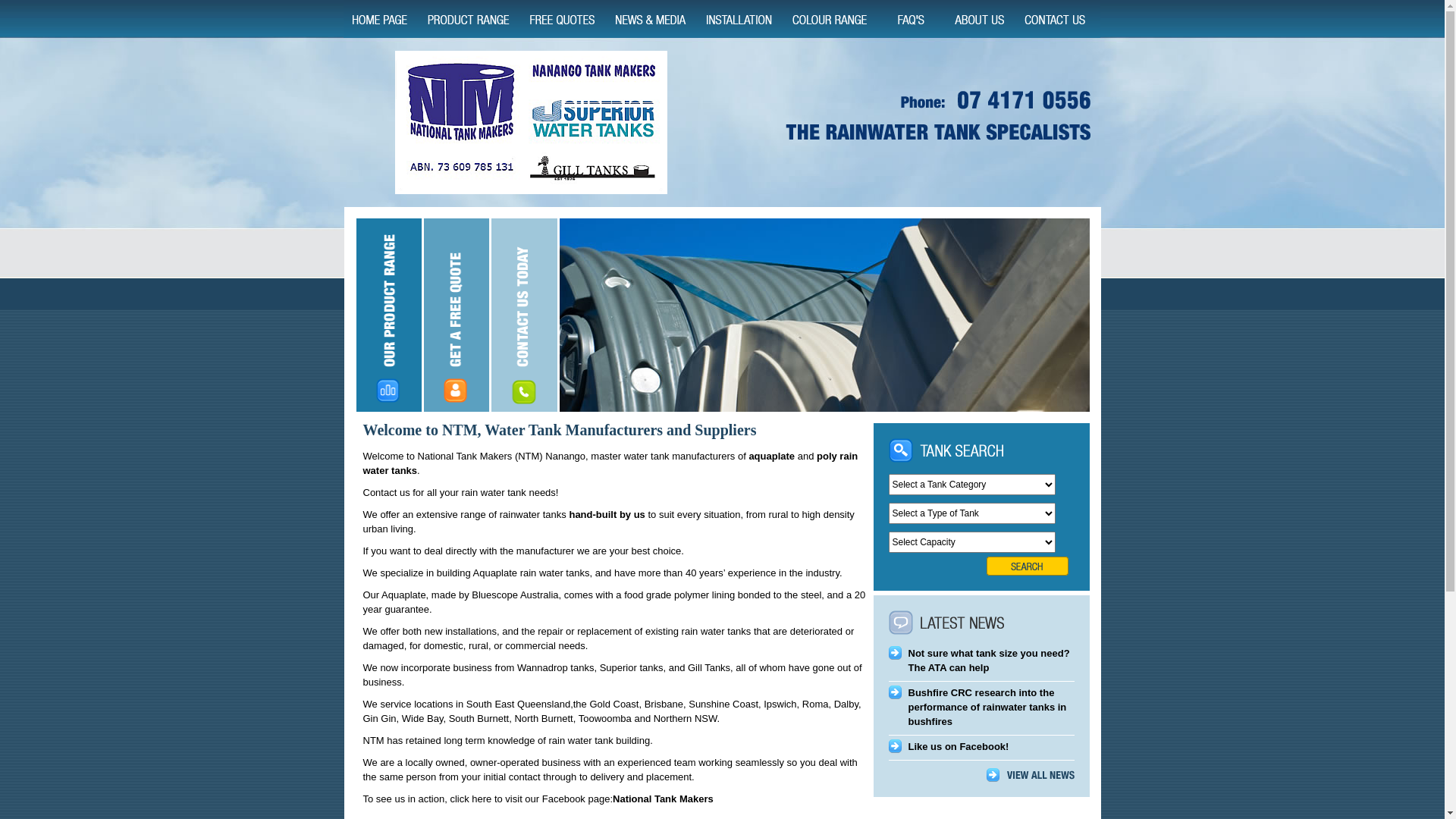 The width and height of the screenshot is (1456, 819). What do you see at coordinates (826, 455) in the screenshot?
I see `'poly'` at bounding box center [826, 455].